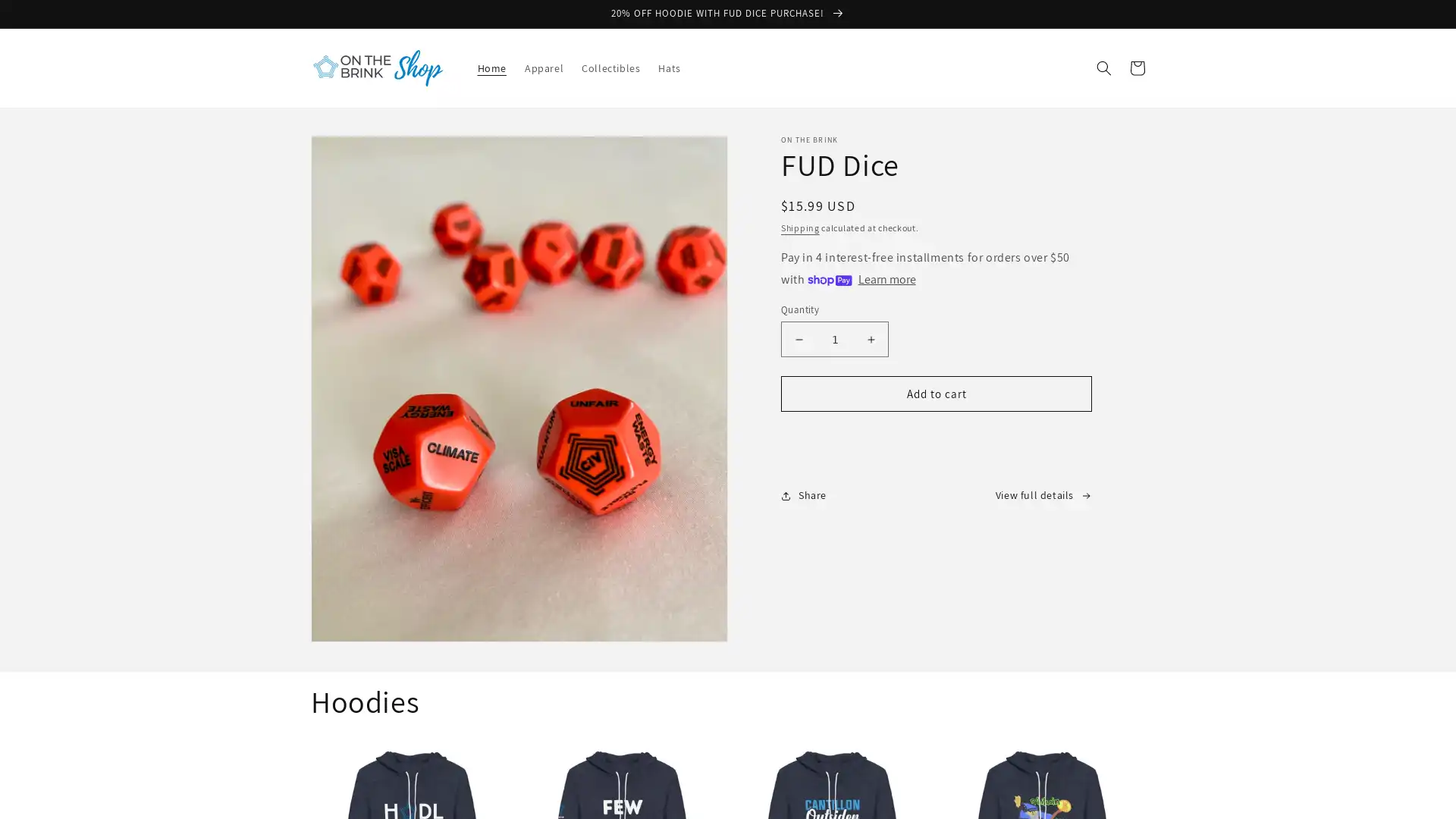 The height and width of the screenshot is (819, 1456). I want to click on Increase quantity for FUD Dice, so click(871, 338).